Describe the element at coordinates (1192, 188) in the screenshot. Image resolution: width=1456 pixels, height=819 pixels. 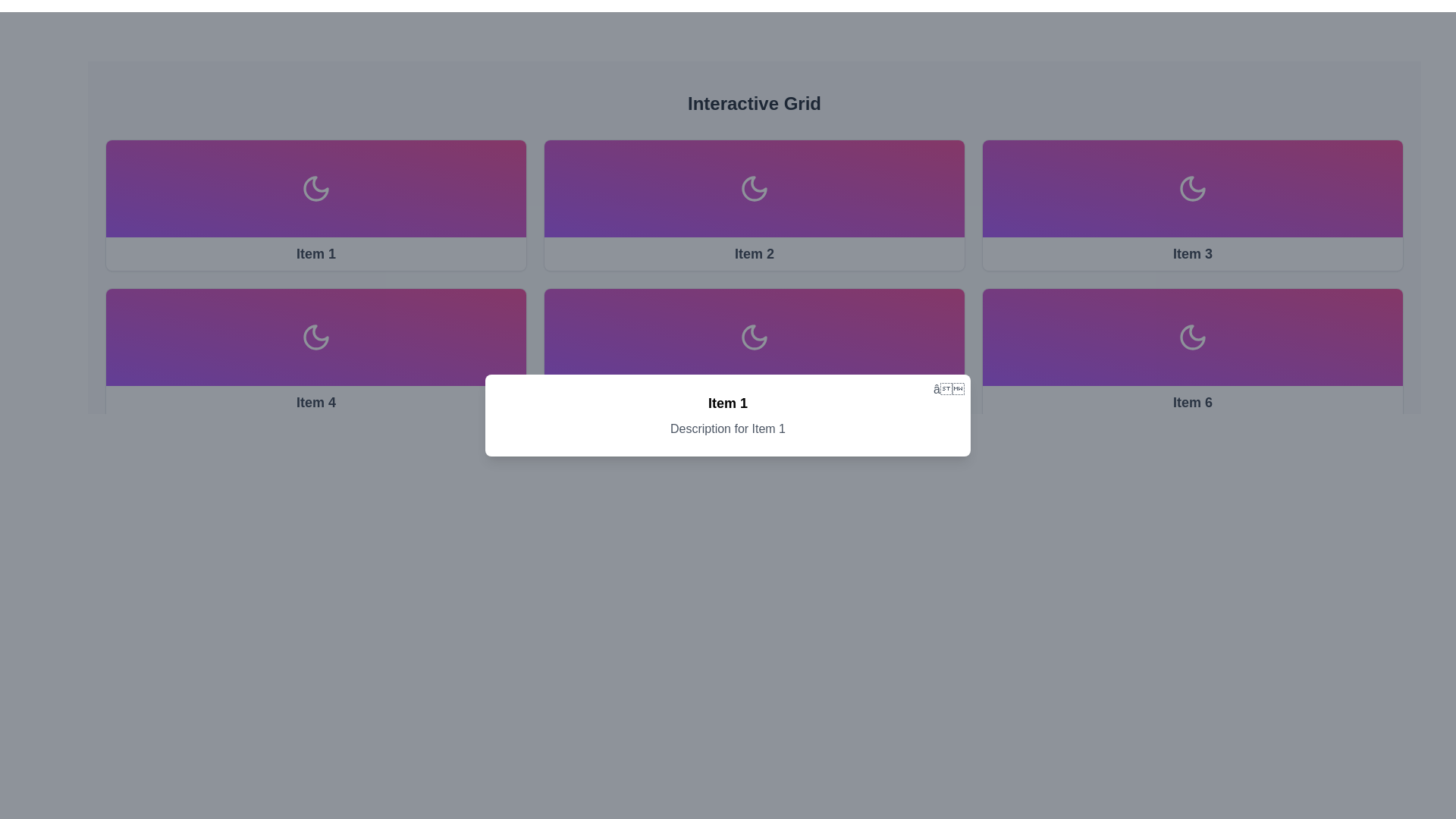
I see `the crescent moon icon, which is centered within the third card labeled 'Item 3' in a horizontal grid of six cards, featuring a purple-to-pink gradient background` at that location.